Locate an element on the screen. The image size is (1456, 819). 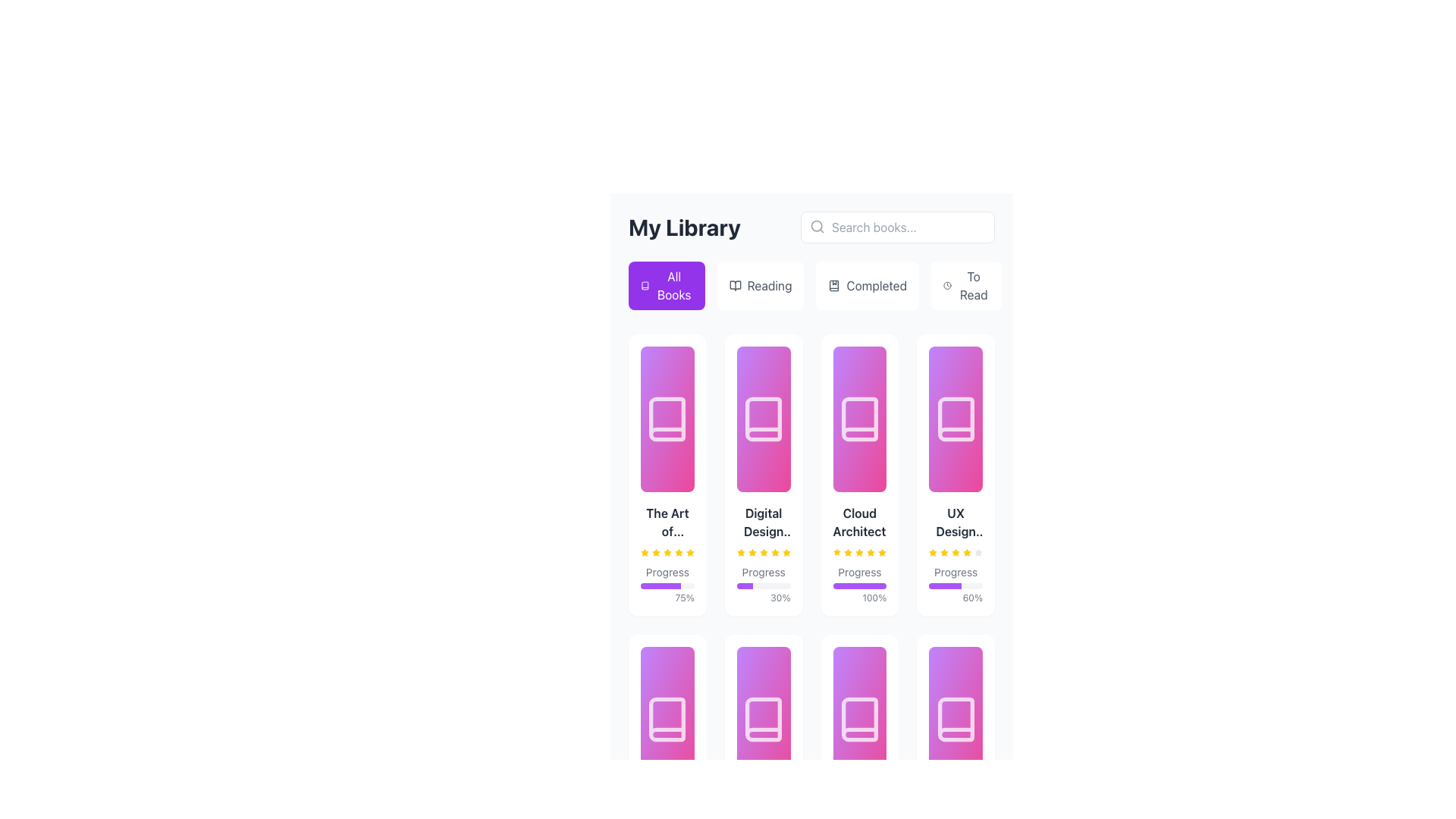
the 'Reading' button, which is the second button from the left in the menu, to filter the list to 'Reading' books is located at coordinates (761, 286).